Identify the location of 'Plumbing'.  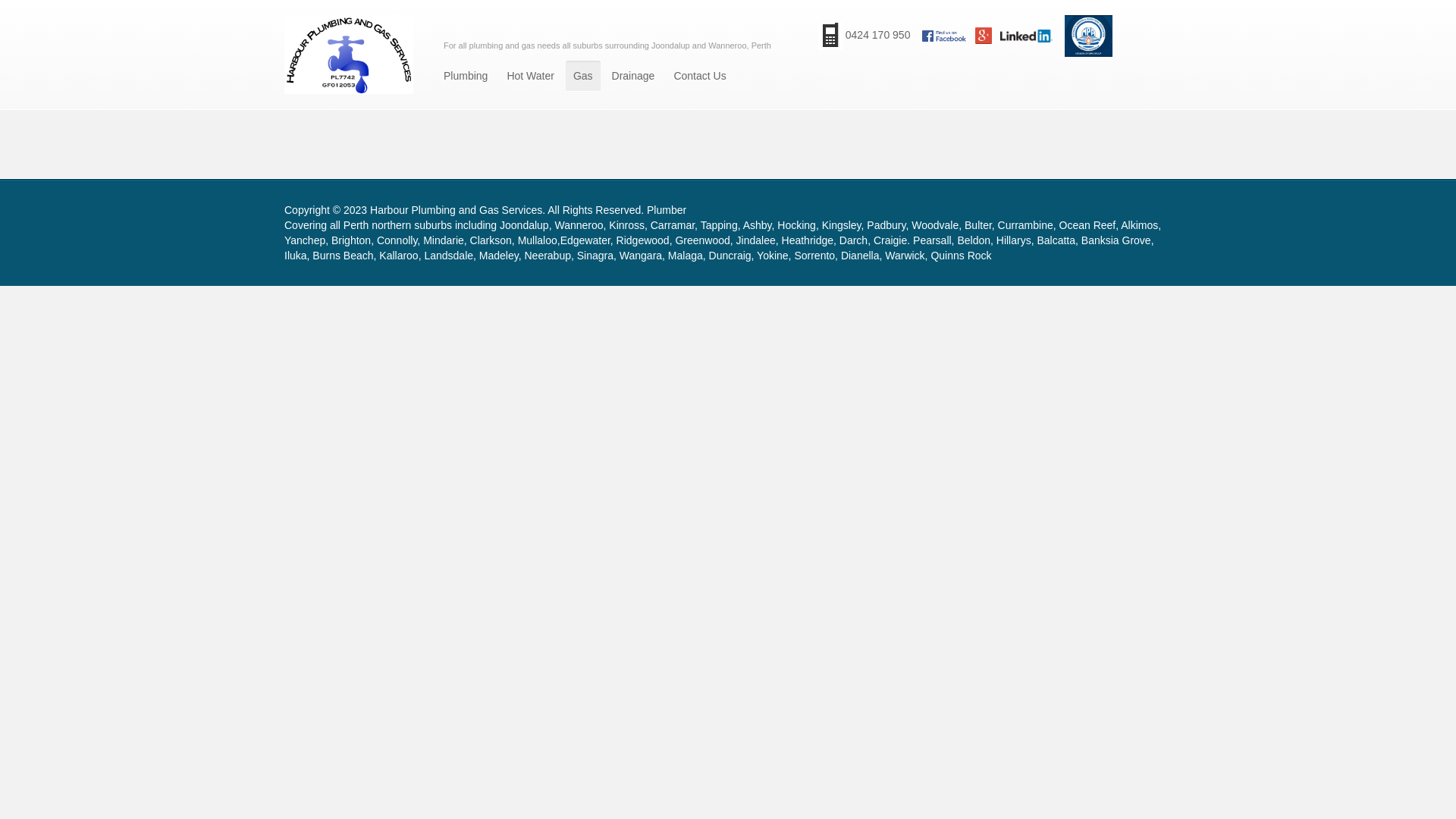
(465, 76).